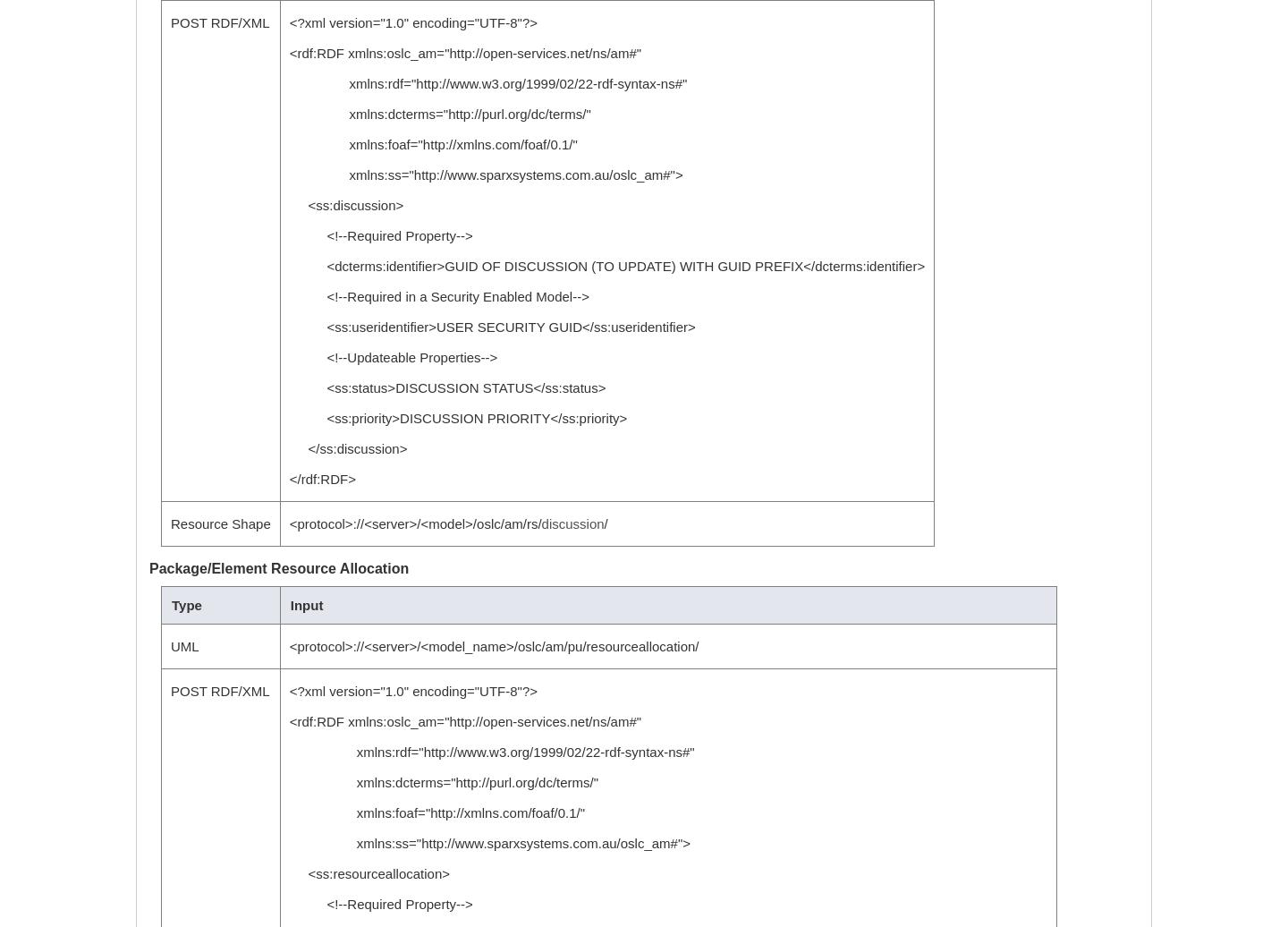  What do you see at coordinates (437, 296) in the screenshot?
I see `'<!--Required in a Security Enabled Model-->'` at bounding box center [437, 296].